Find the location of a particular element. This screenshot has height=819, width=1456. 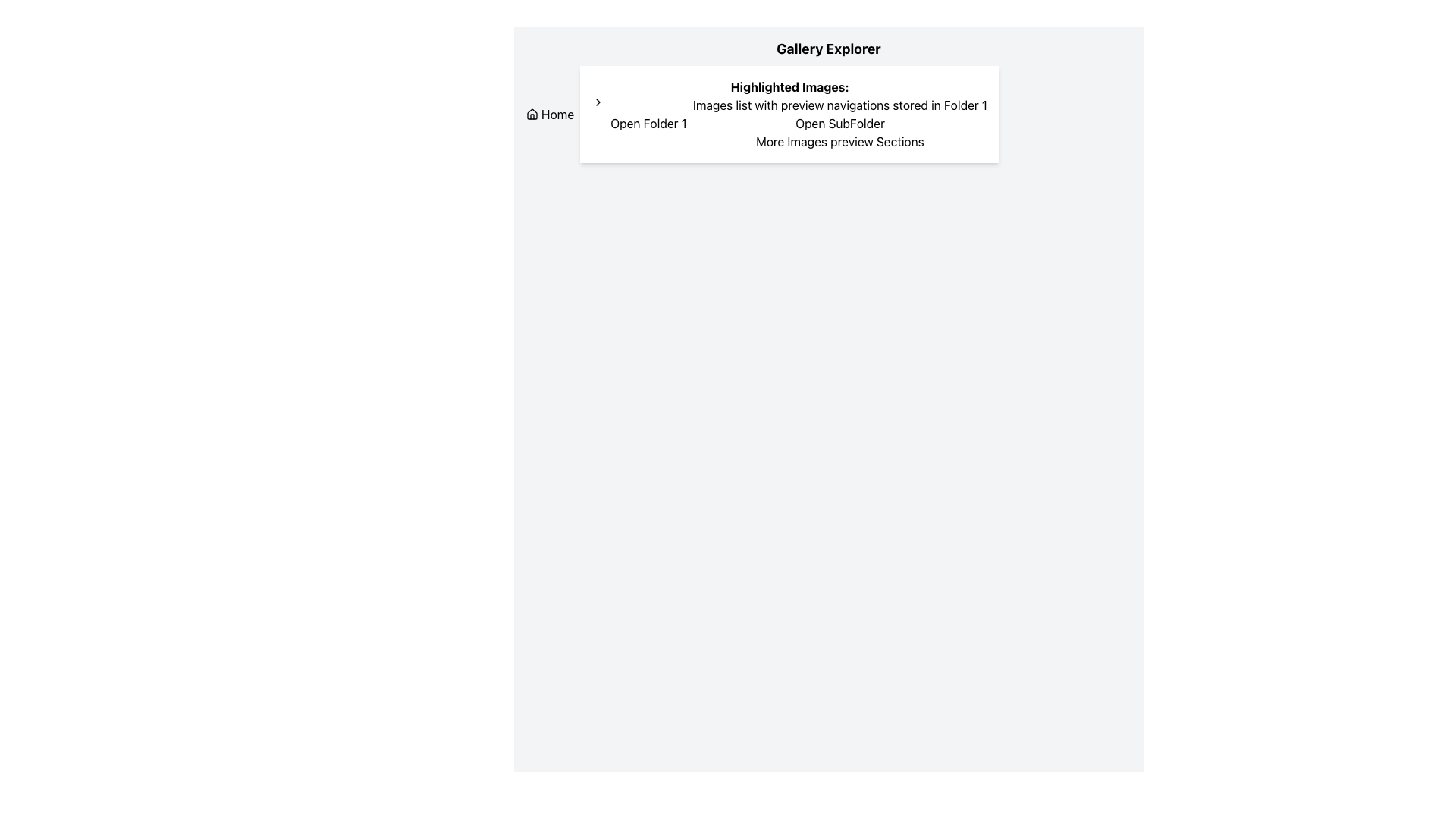

textual information from the composite UI component that includes a summary and navigation options positioned towards the upper center of the interface is located at coordinates (839, 122).